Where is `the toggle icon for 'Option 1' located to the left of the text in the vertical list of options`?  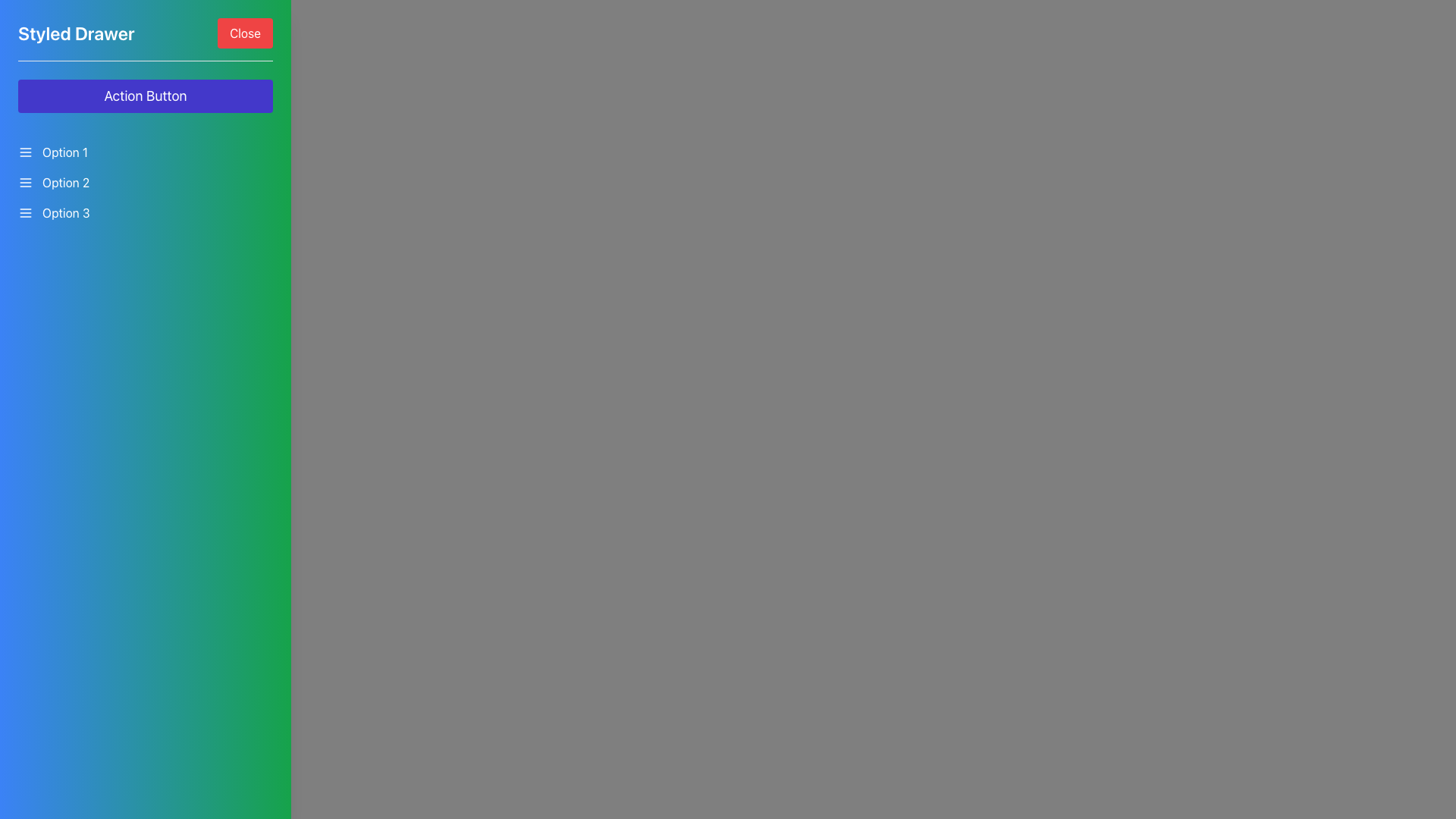 the toggle icon for 'Option 1' located to the left of the text in the vertical list of options is located at coordinates (25, 152).